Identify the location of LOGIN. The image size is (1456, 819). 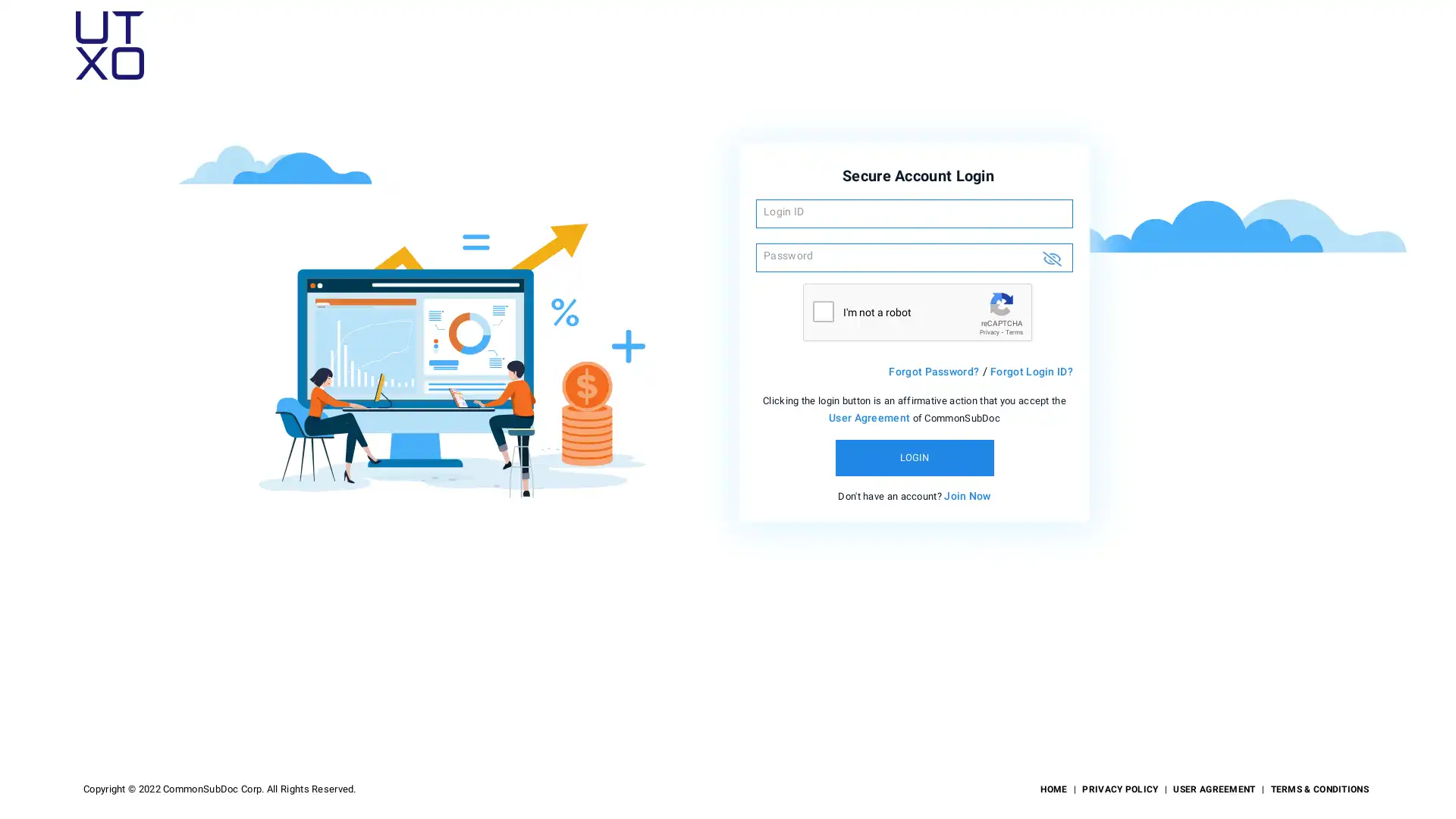
(913, 457).